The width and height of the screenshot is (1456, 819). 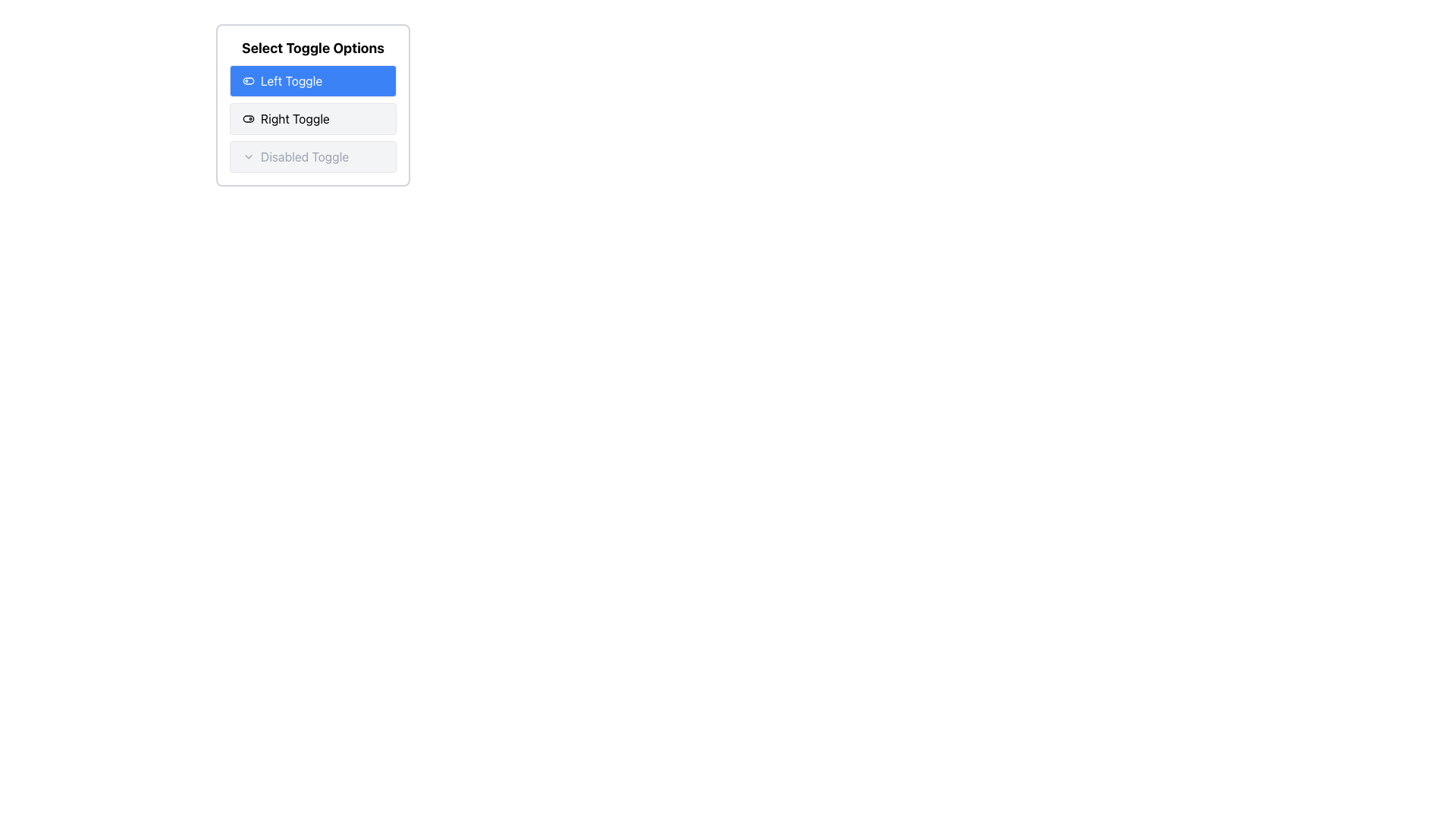 What do you see at coordinates (248, 157) in the screenshot?
I see `the downward-pointing chevron icon located to the left of the 'Disabled Toggle' text in the third option of the vertically-stacked toggle options list` at bounding box center [248, 157].